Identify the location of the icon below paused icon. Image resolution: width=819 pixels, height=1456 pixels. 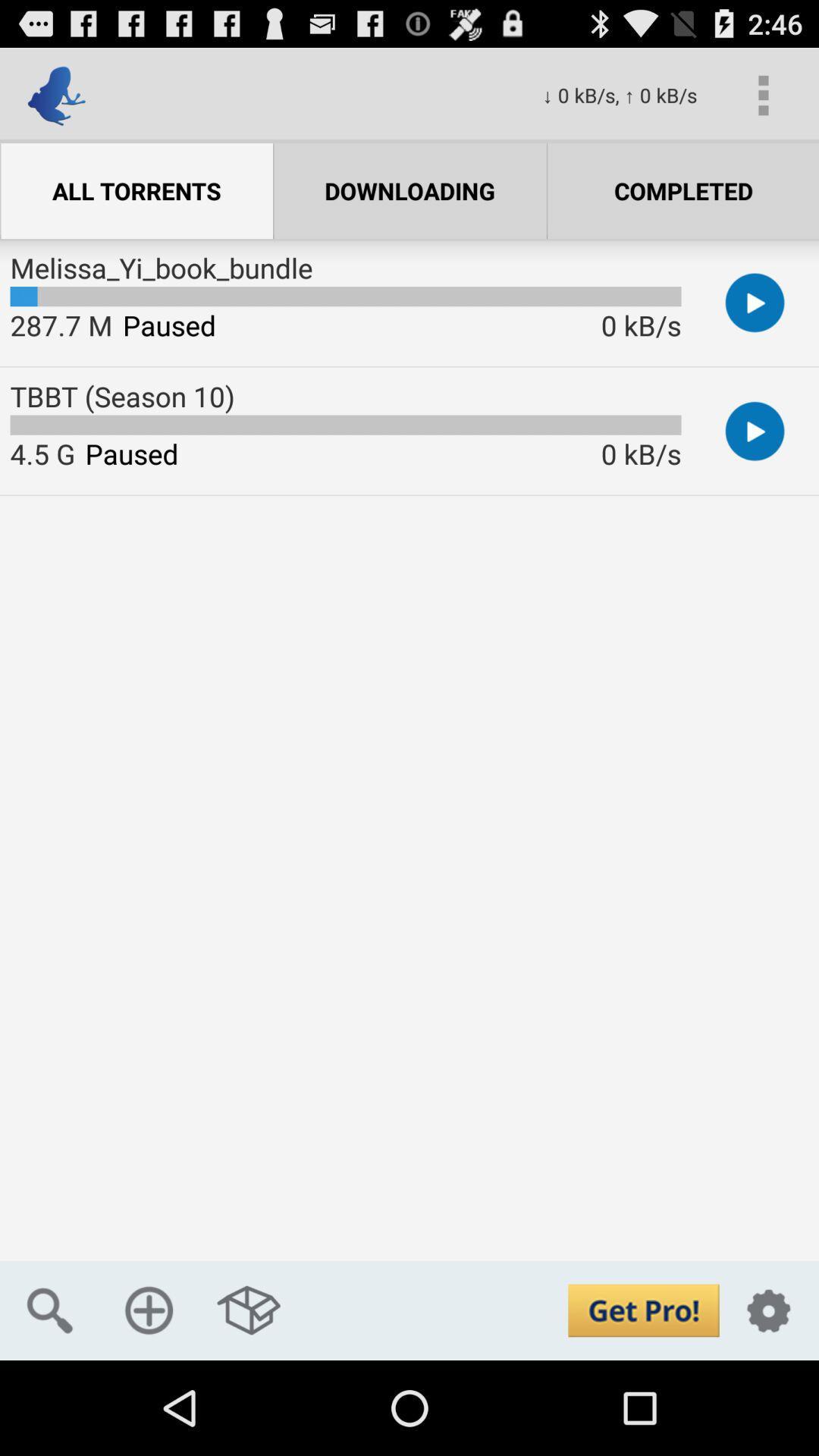
(248, 1310).